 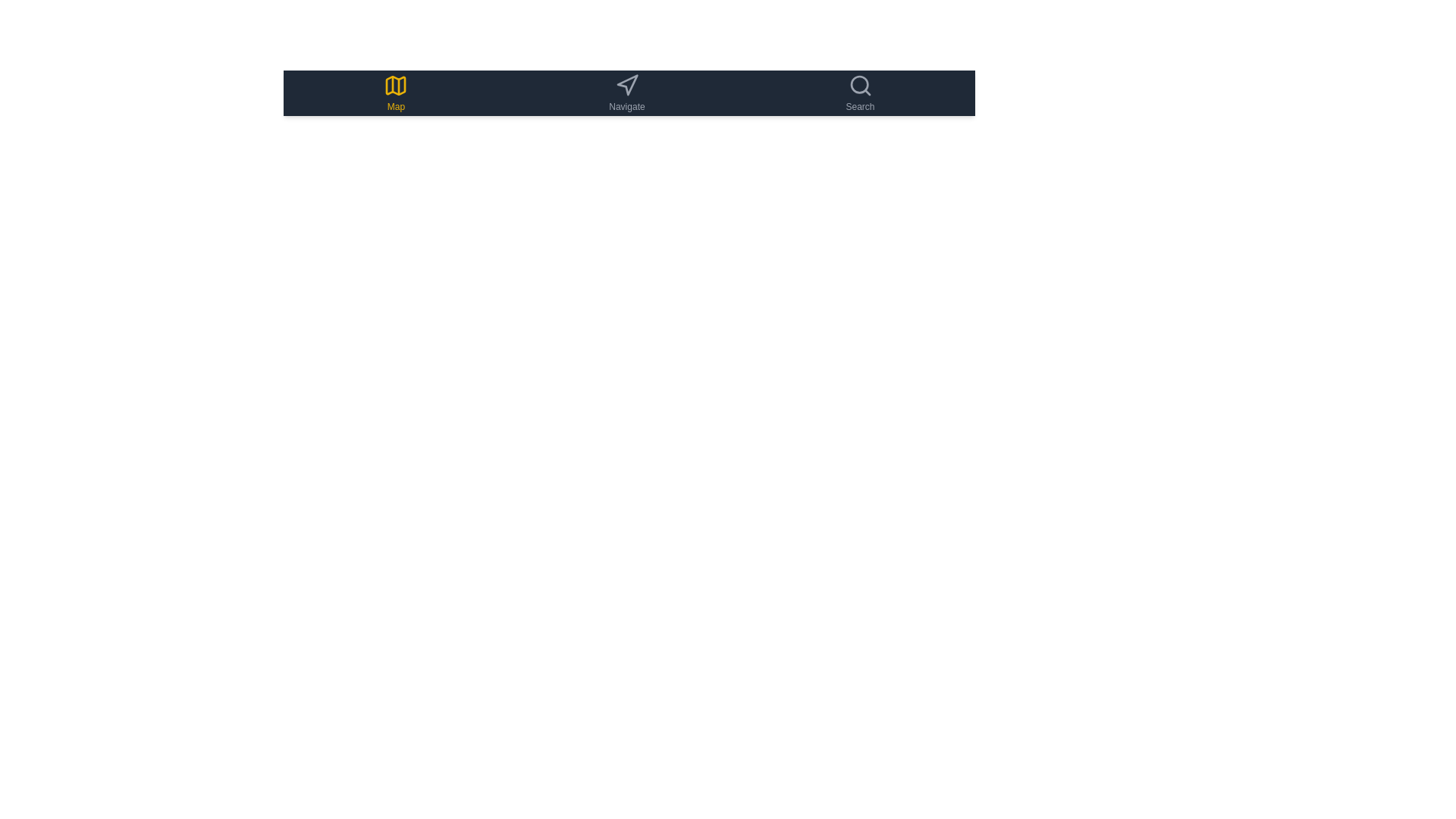 I want to click on the gray magnifying glass icon located in the rightmost section of the horizontal menu bar to initiate the search, so click(x=860, y=85).